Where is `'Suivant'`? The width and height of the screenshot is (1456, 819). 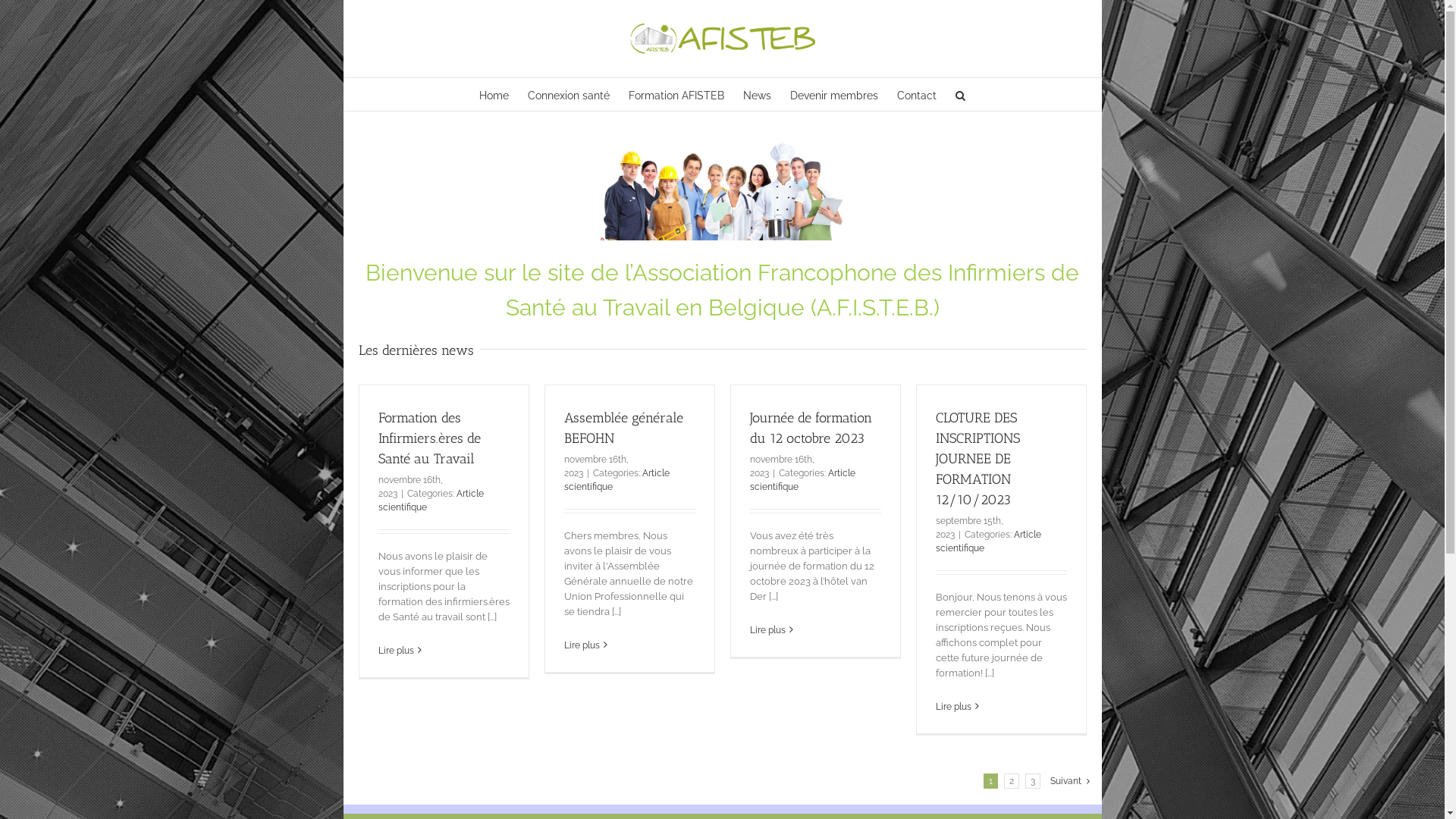
'Suivant' is located at coordinates (1065, 780).